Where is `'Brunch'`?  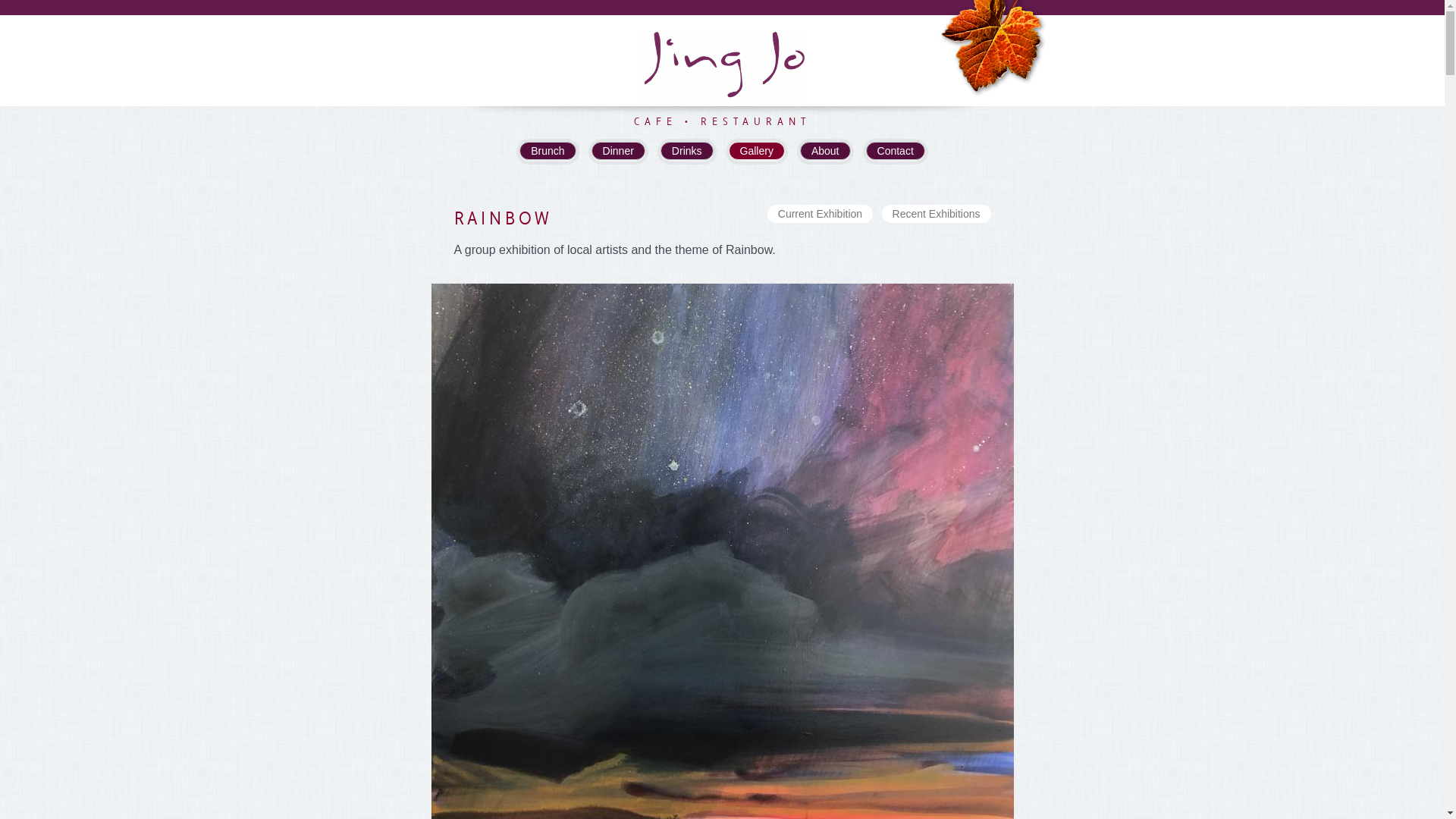 'Brunch' is located at coordinates (546, 151).